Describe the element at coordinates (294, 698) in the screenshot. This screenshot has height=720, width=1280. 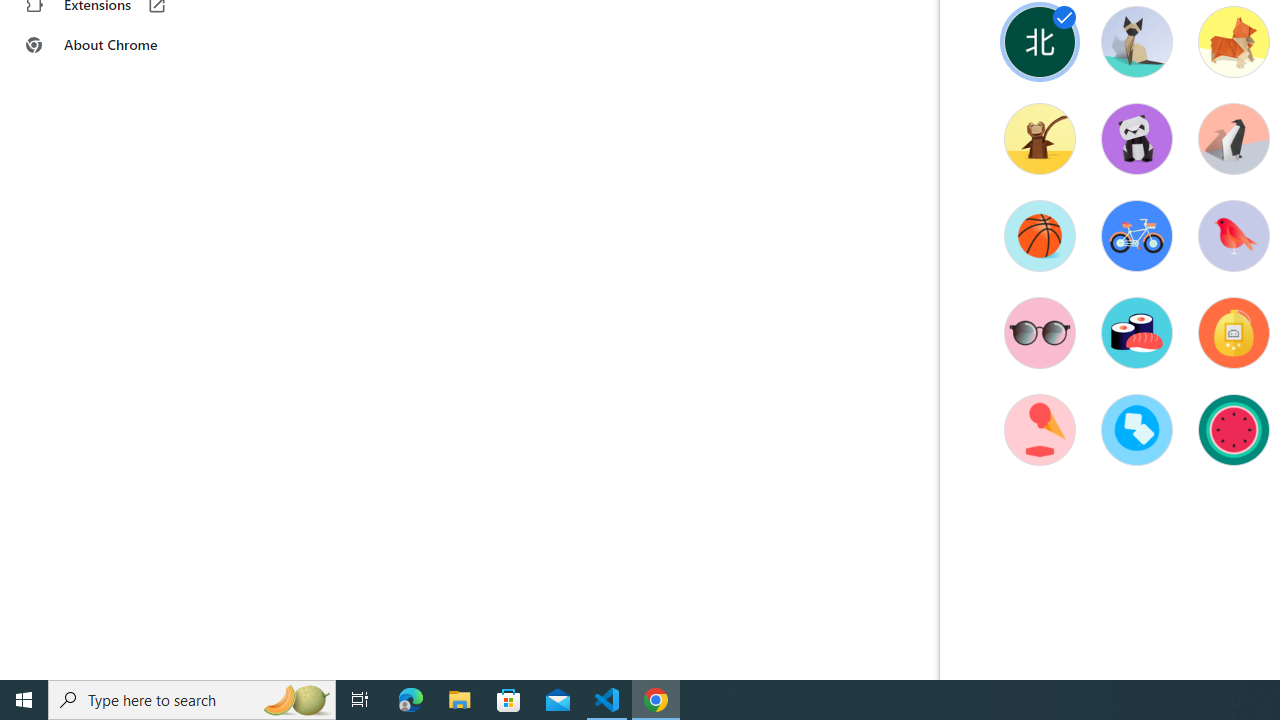
I see `'Search highlights icon opens search home window'` at that location.